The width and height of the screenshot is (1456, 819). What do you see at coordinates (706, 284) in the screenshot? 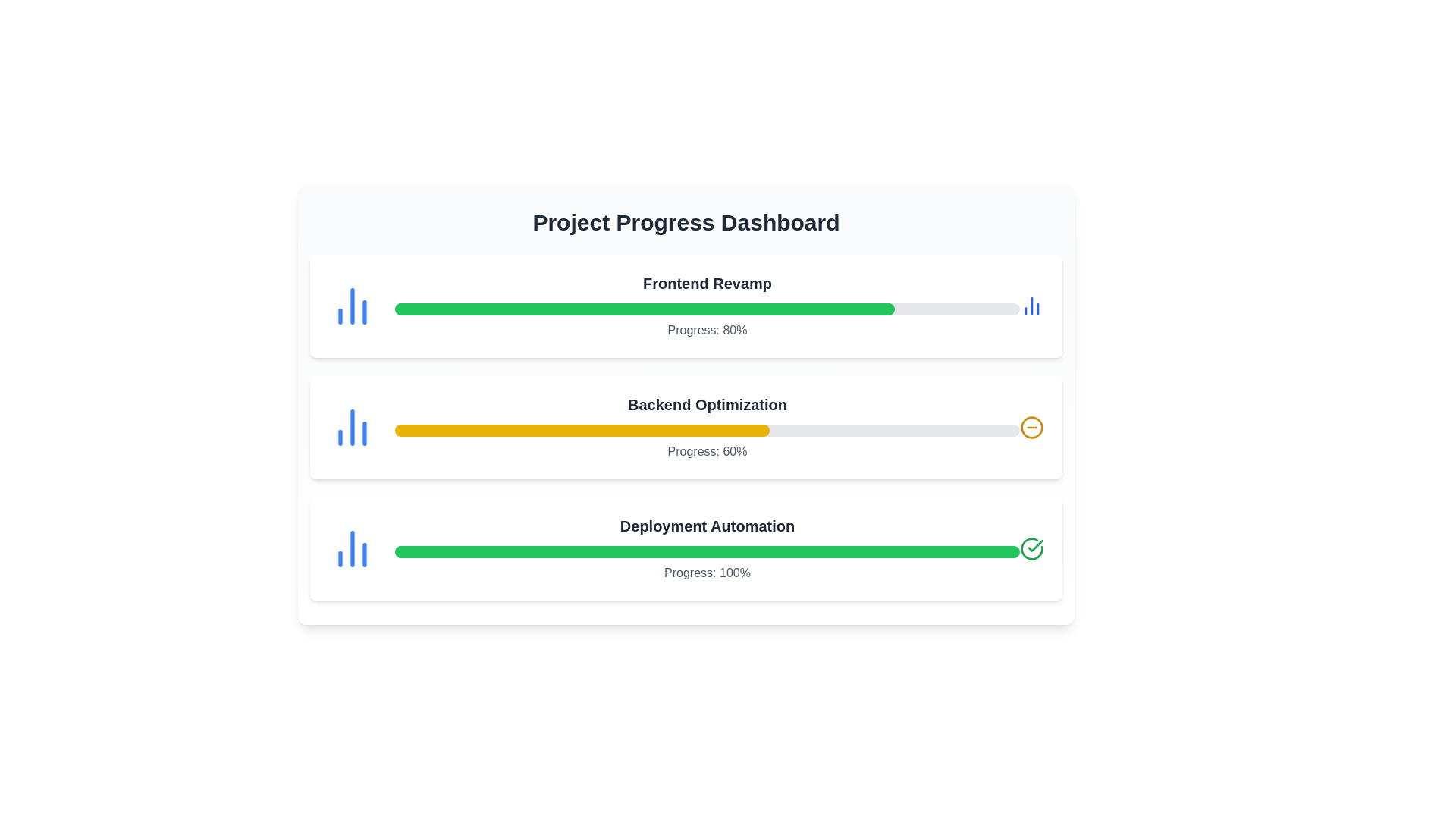
I see `text label that serves as the title or heading for the section, located above the progress bar labeled 'Progress: 80%' in the main content area` at bounding box center [706, 284].